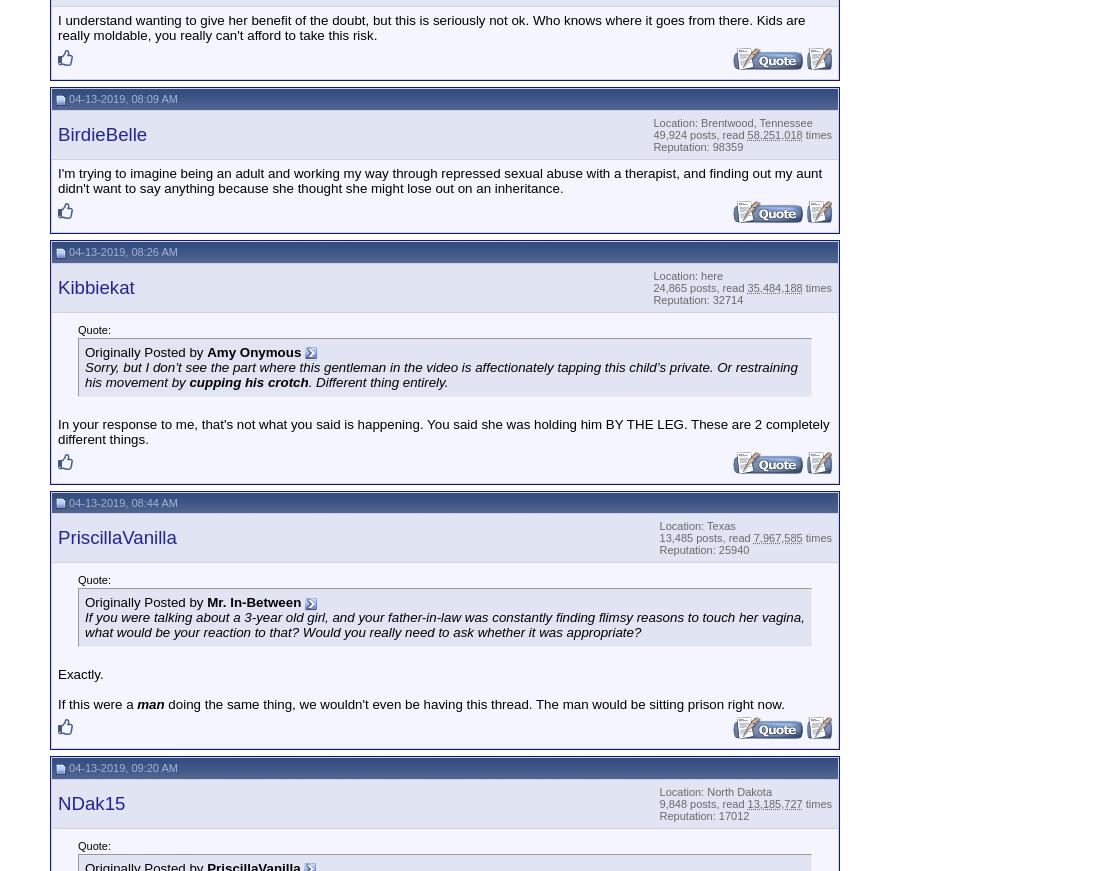  I want to click on 'Mr. In-Between', so click(207, 601).